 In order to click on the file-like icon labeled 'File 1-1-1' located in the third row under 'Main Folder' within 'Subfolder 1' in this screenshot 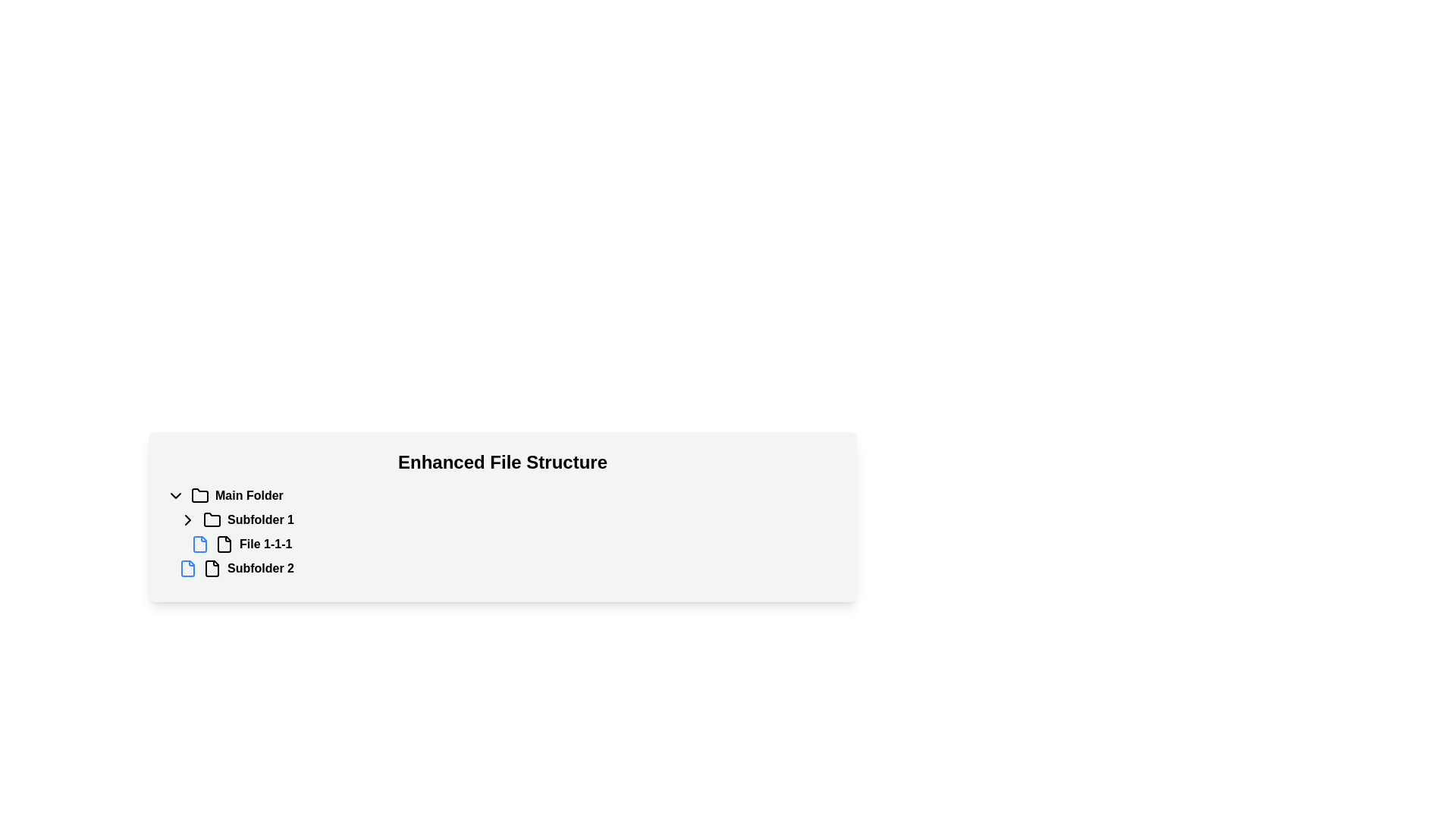, I will do `click(224, 543)`.